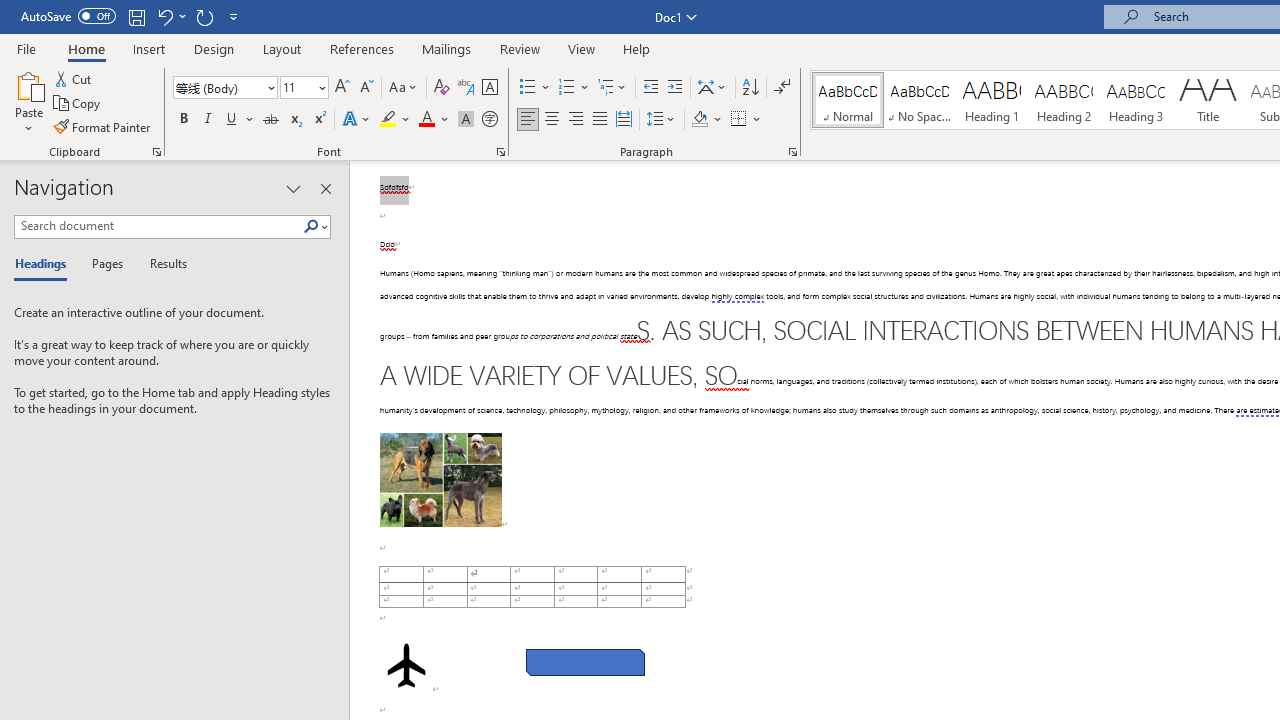  Describe the element at coordinates (581, 48) in the screenshot. I see `'View'` at that location.